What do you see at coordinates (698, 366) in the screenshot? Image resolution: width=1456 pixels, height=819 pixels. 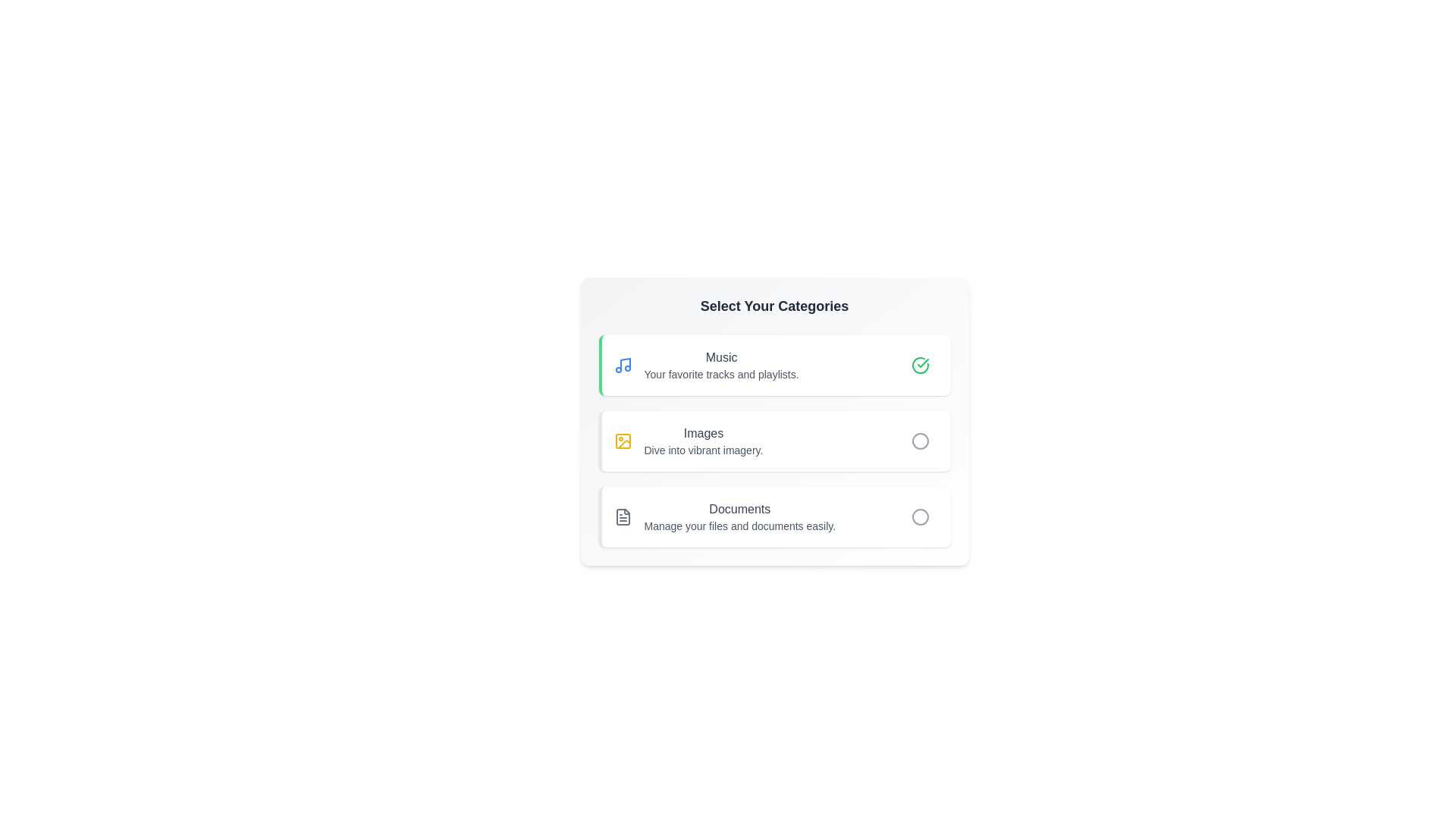 I see `the category Music to view its details` at bounding box center [698, 366].